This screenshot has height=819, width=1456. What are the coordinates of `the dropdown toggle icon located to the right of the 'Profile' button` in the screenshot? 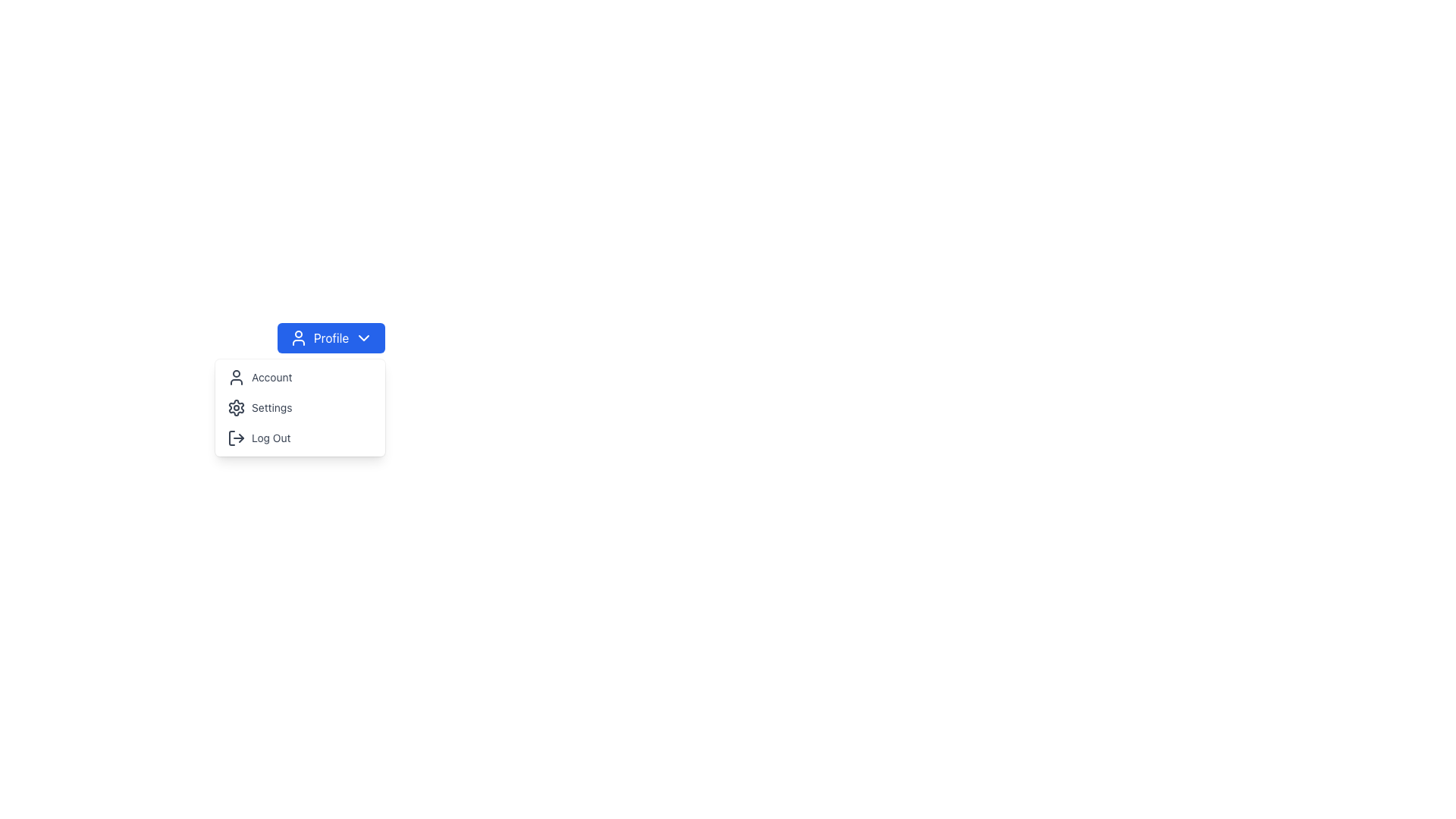 It's located at (364, 337).